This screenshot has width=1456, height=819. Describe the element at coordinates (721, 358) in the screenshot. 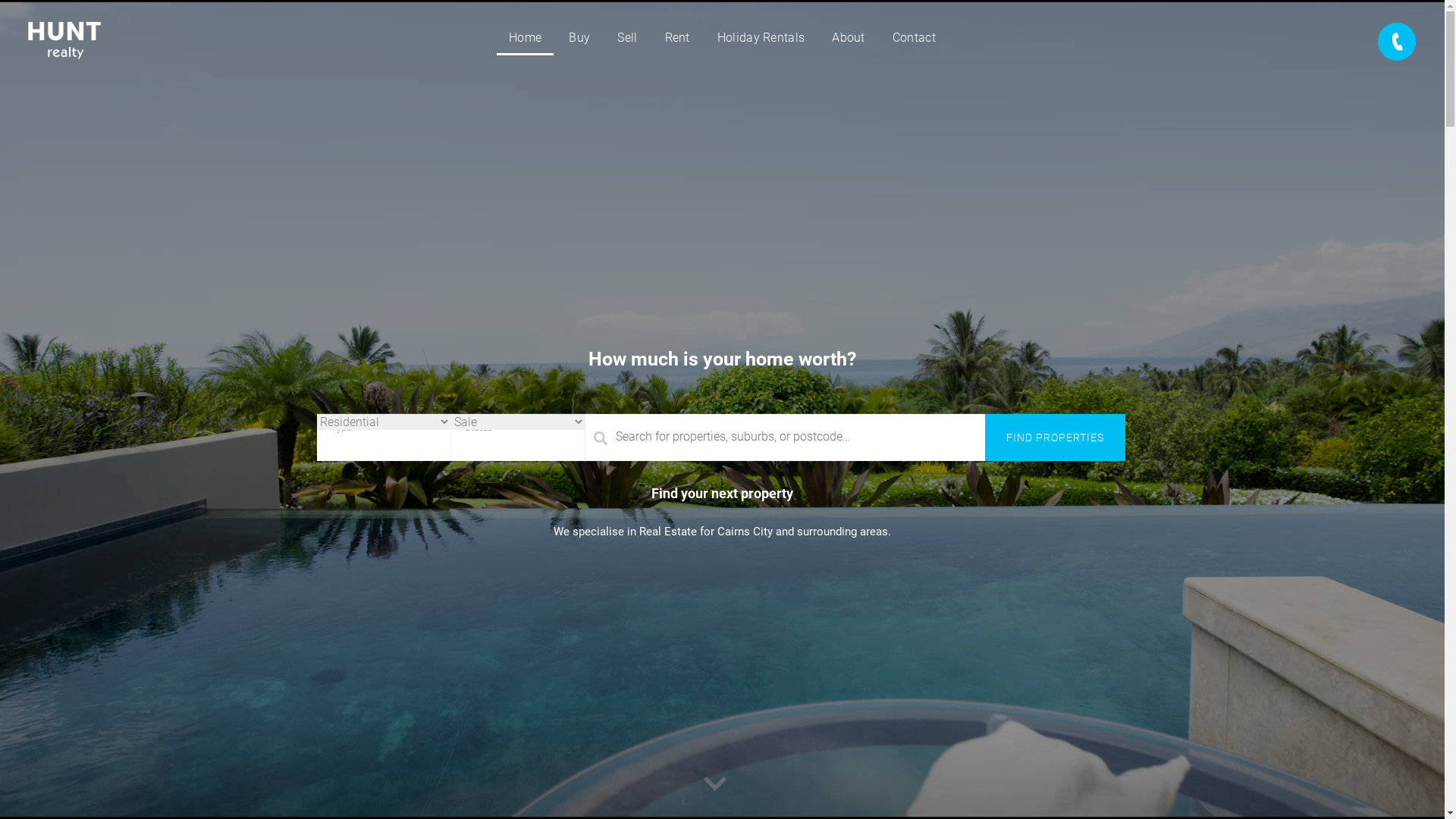

I see `'How much is your home worth?'` at that location.